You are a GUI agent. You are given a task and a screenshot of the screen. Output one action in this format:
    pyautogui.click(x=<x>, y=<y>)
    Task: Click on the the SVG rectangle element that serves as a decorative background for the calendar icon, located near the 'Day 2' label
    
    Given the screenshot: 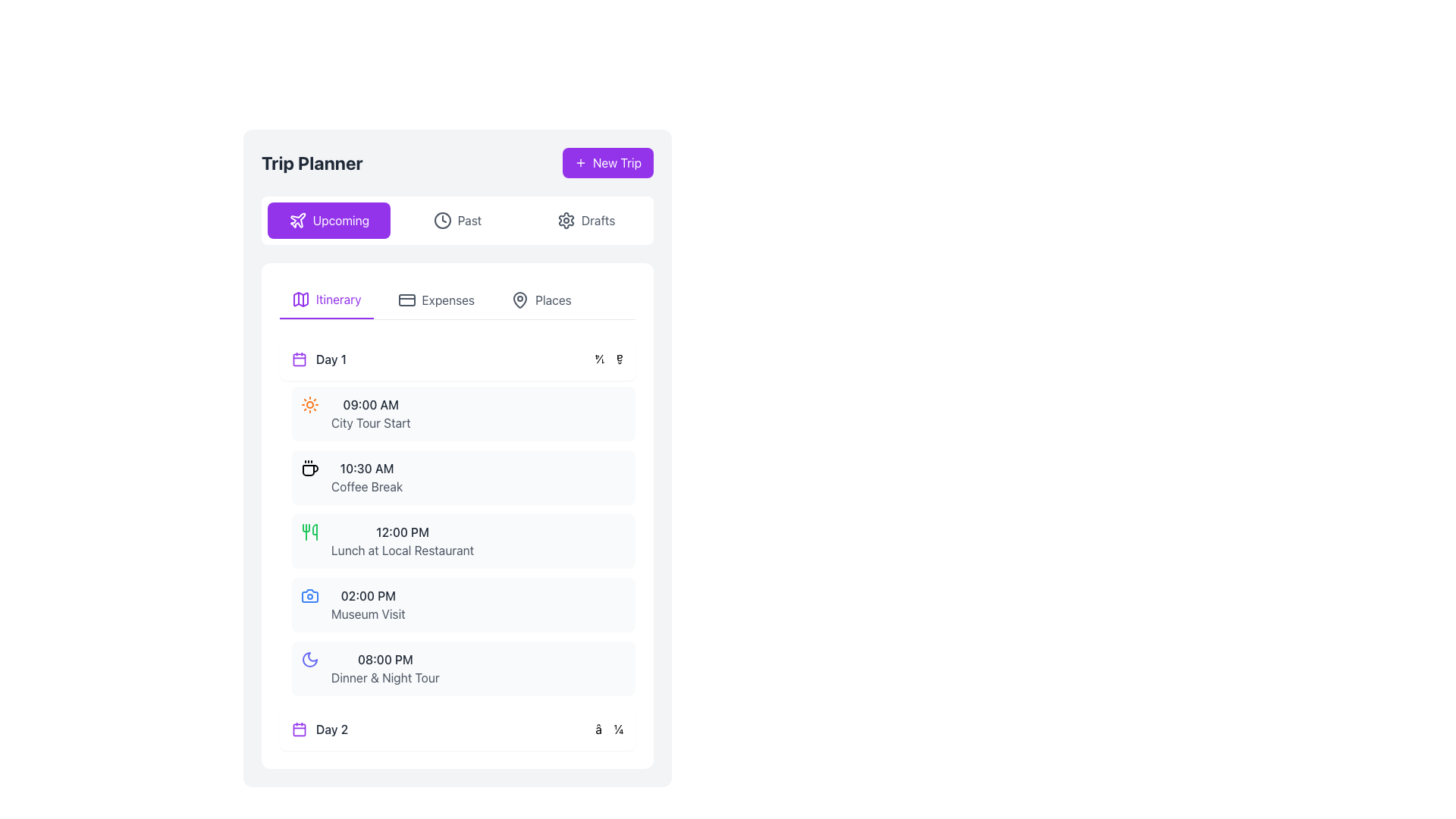 What is the action you would take?
    pyautogui.click(x=299, y=728)
    